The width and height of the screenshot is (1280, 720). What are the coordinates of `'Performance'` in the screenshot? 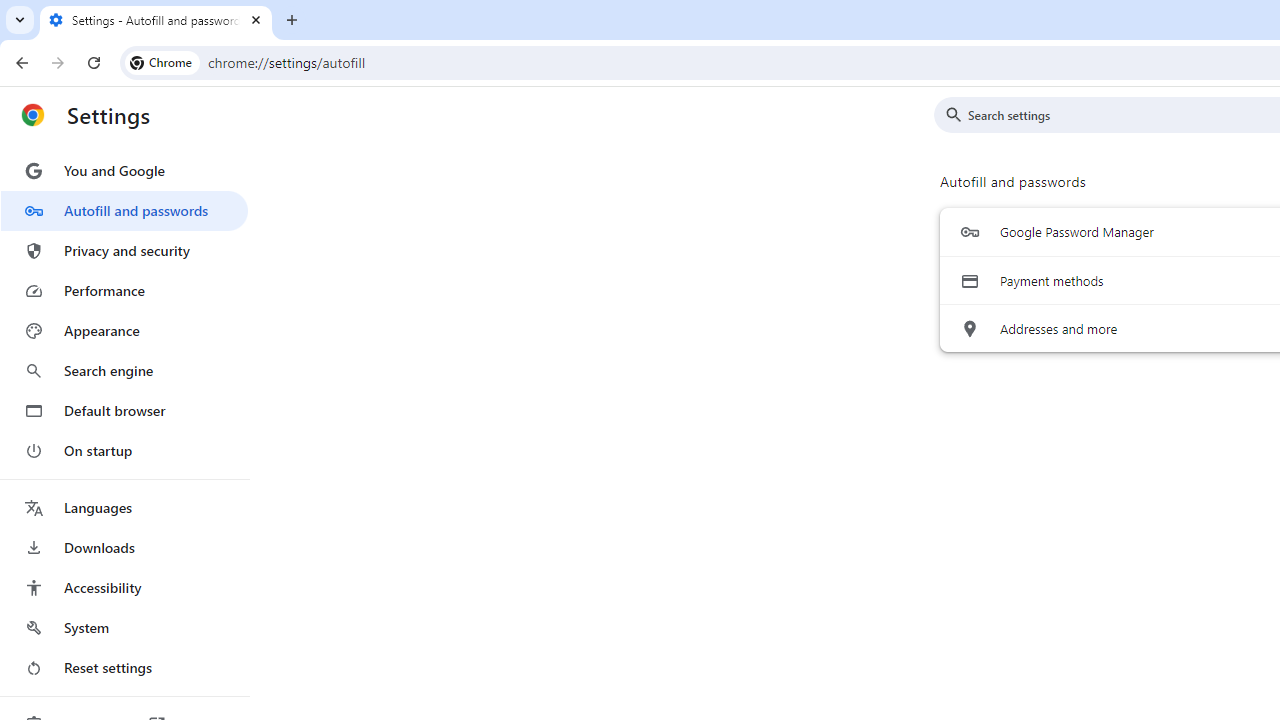 It's located at (123, 290).